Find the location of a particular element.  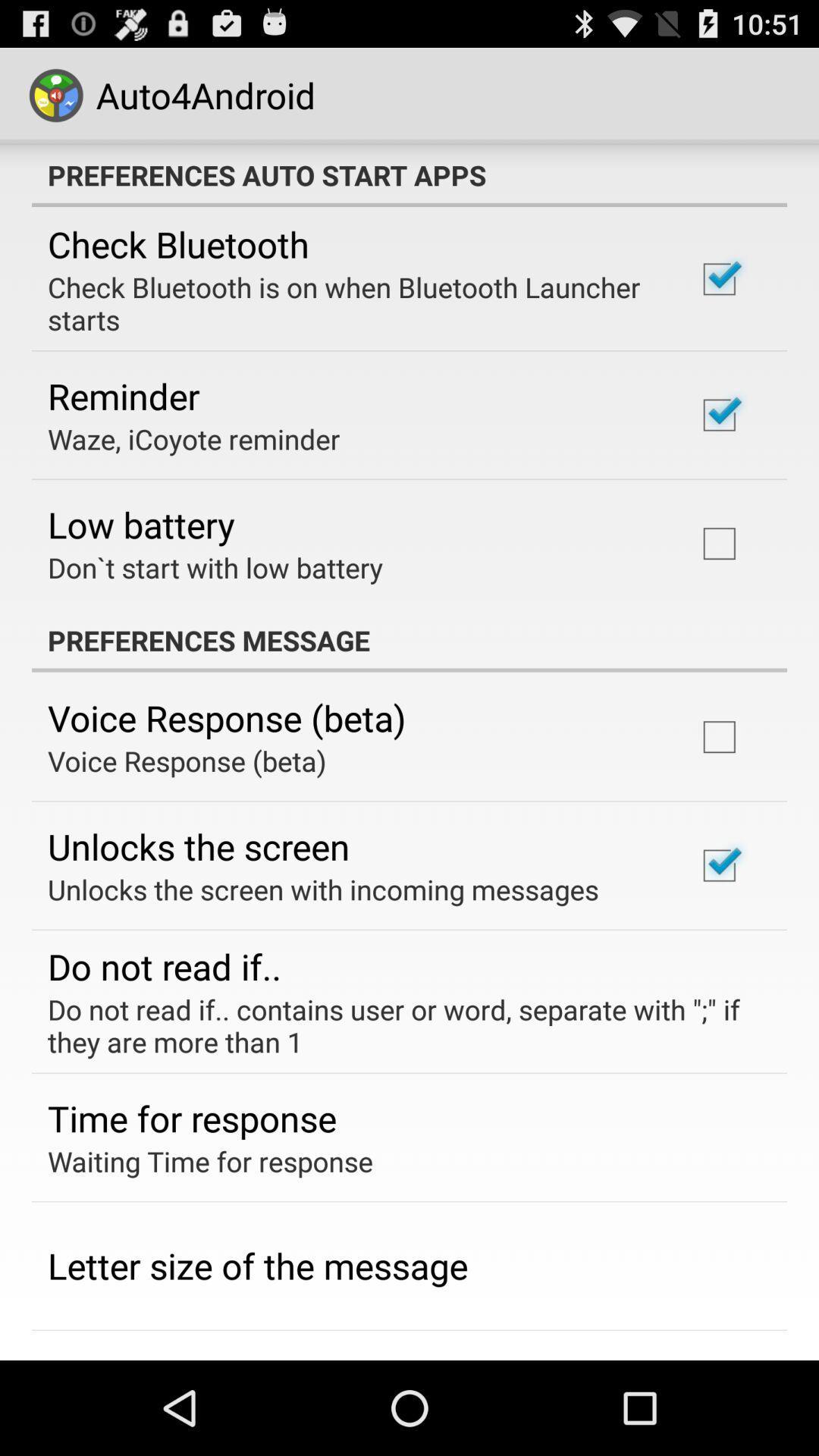

app above voice response (beta) is located at coordinates (409, 640).